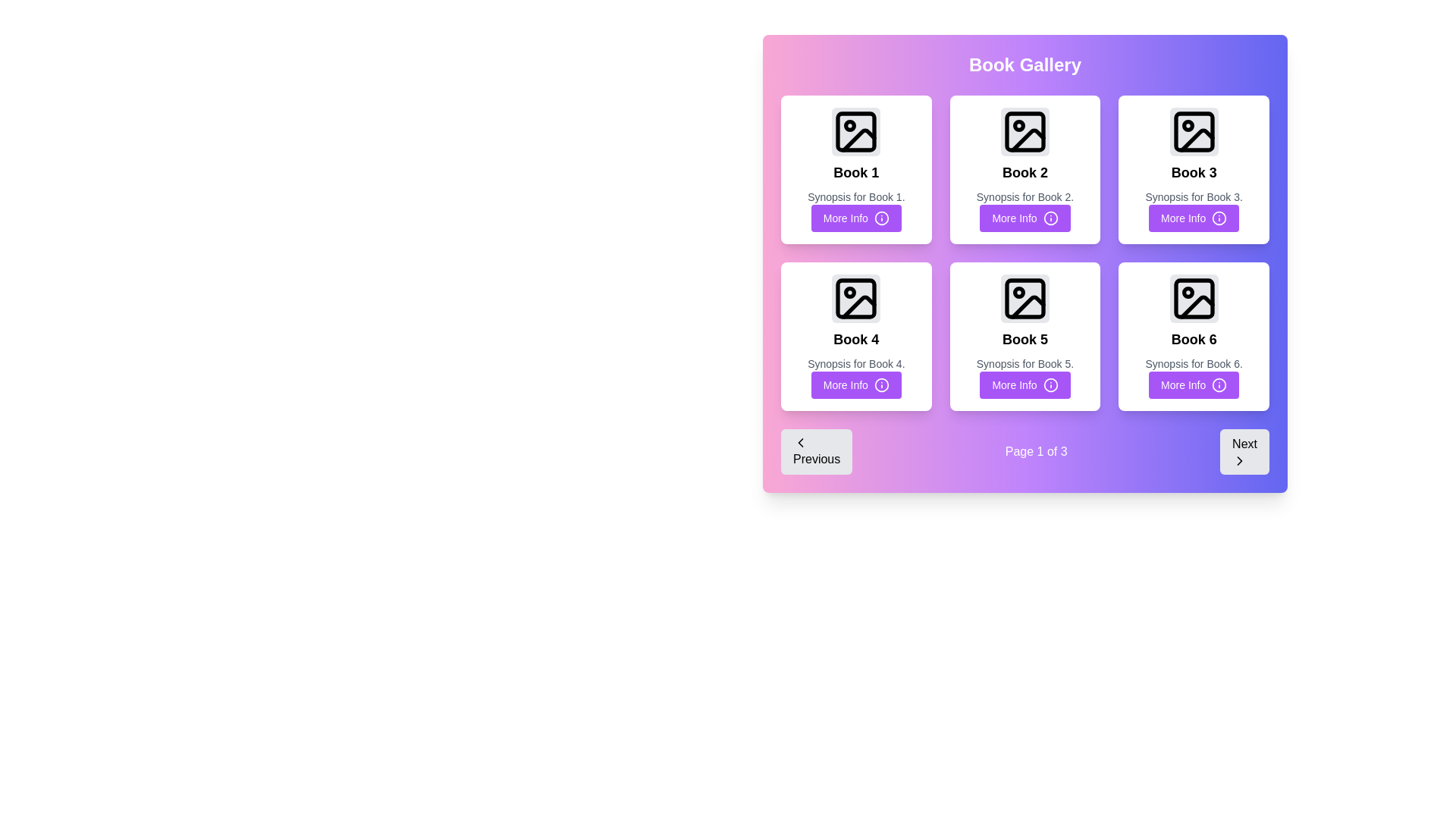 Image resolution: width=1456 pixels, height=819 pixels. What do you see at coordinates (881, 384) in the screenshot?
I see `the Circular SVG element adjacent to the 'More Info' button for Book 4 in the second row of the book gallery grid` at bounding box center [881, 384].